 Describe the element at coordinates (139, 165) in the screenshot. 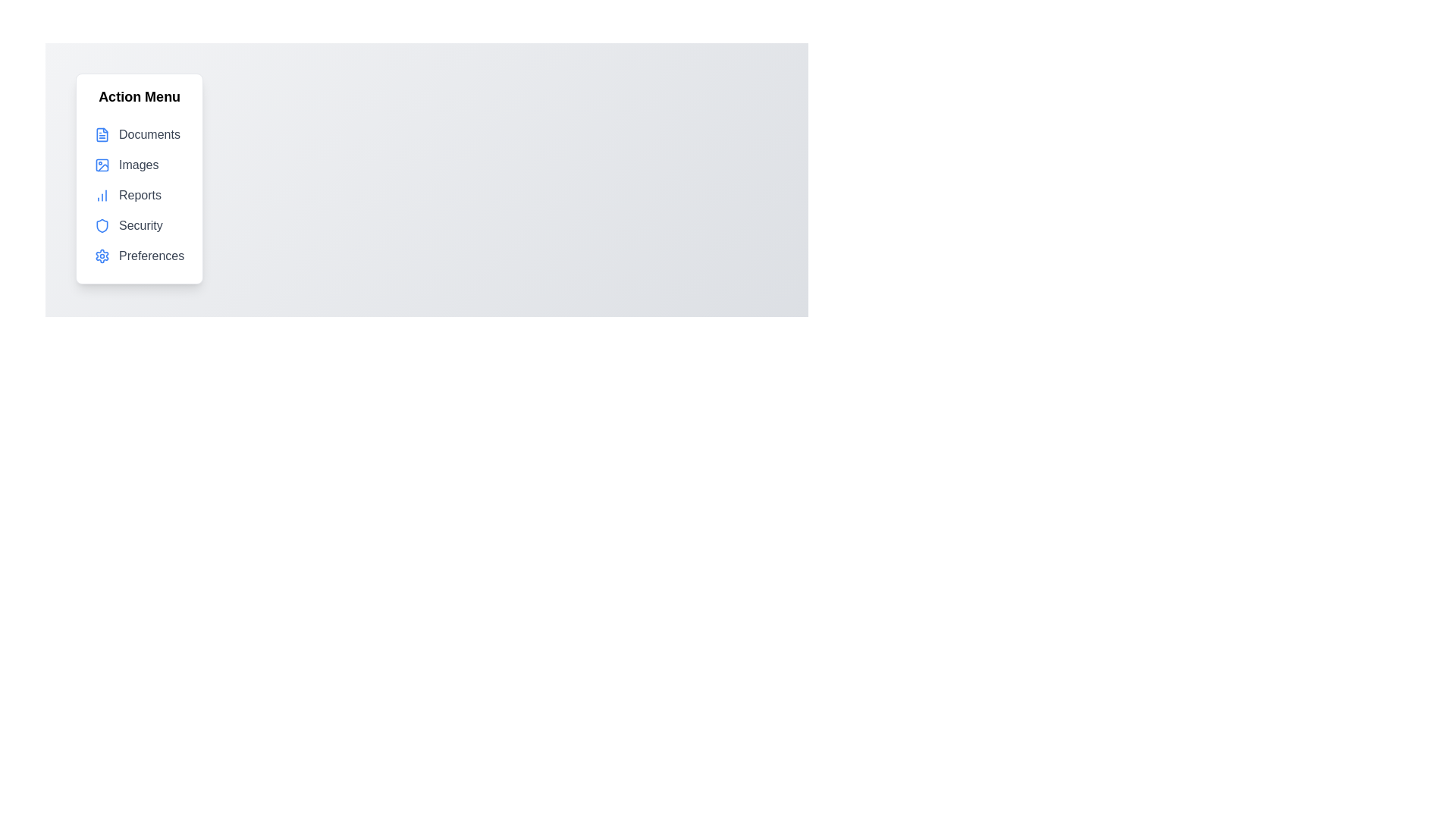

I see `the menu item labeled Images to highlight it` at that location.